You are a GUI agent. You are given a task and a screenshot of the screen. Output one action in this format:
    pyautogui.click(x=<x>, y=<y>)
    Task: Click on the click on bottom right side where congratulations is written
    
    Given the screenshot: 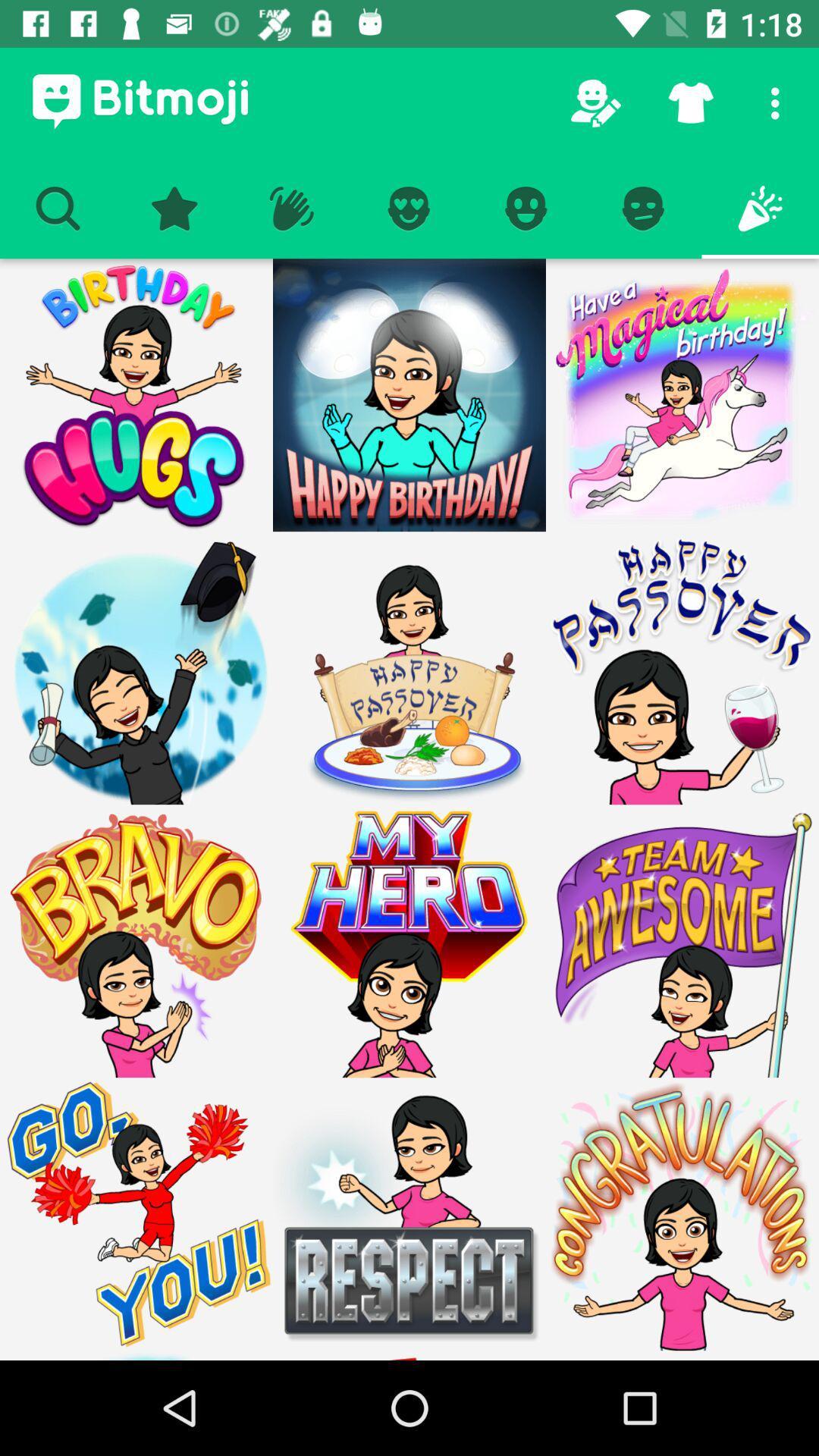 What is the action you would take?
    pyautogui.click(x=681, y=1355)
    